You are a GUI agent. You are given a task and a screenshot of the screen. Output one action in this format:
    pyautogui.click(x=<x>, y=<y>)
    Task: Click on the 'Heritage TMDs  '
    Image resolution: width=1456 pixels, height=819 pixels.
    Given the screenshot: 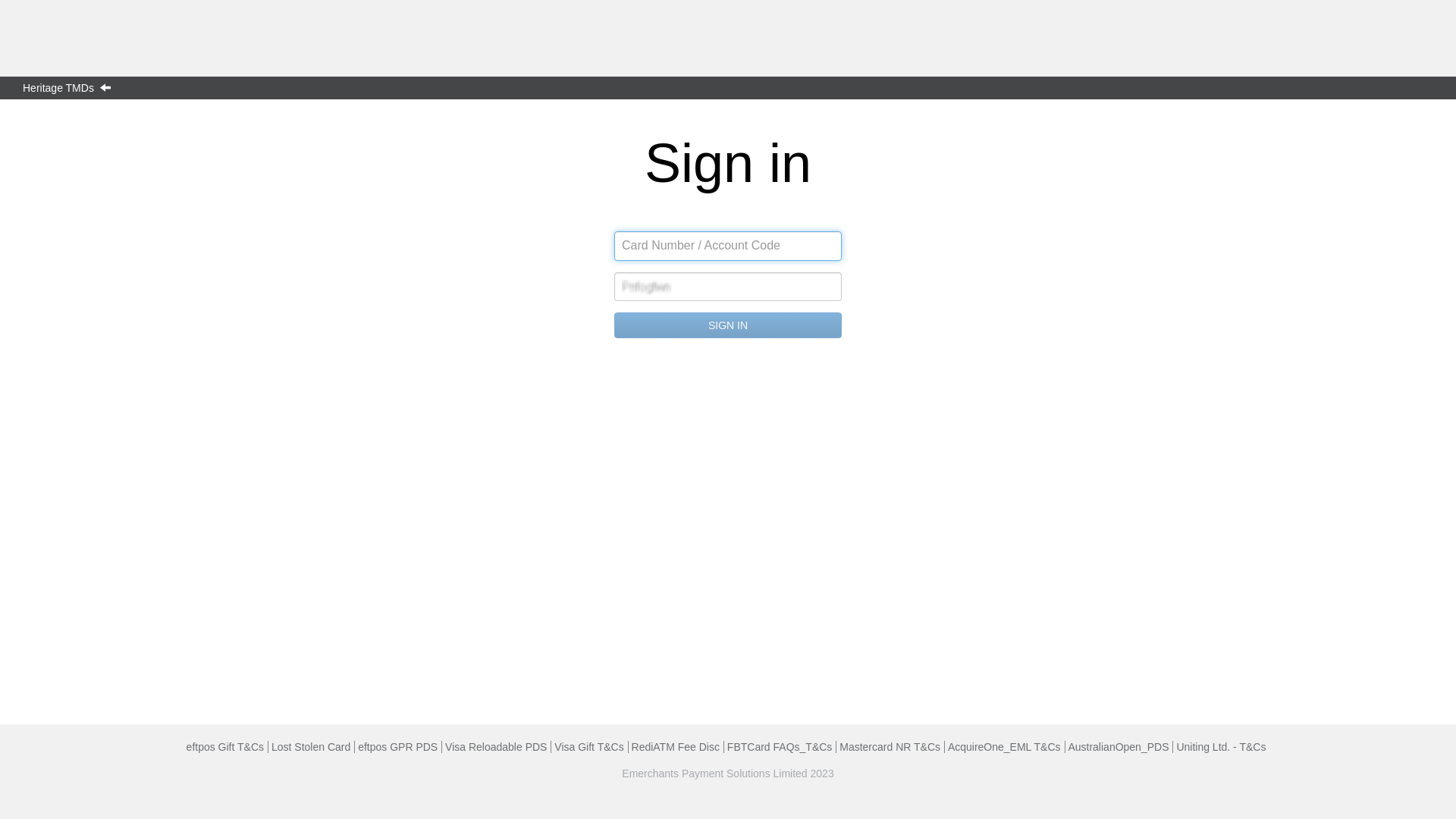 What is the action you would take?
    pyautogui.click(x=69, y=87)
    